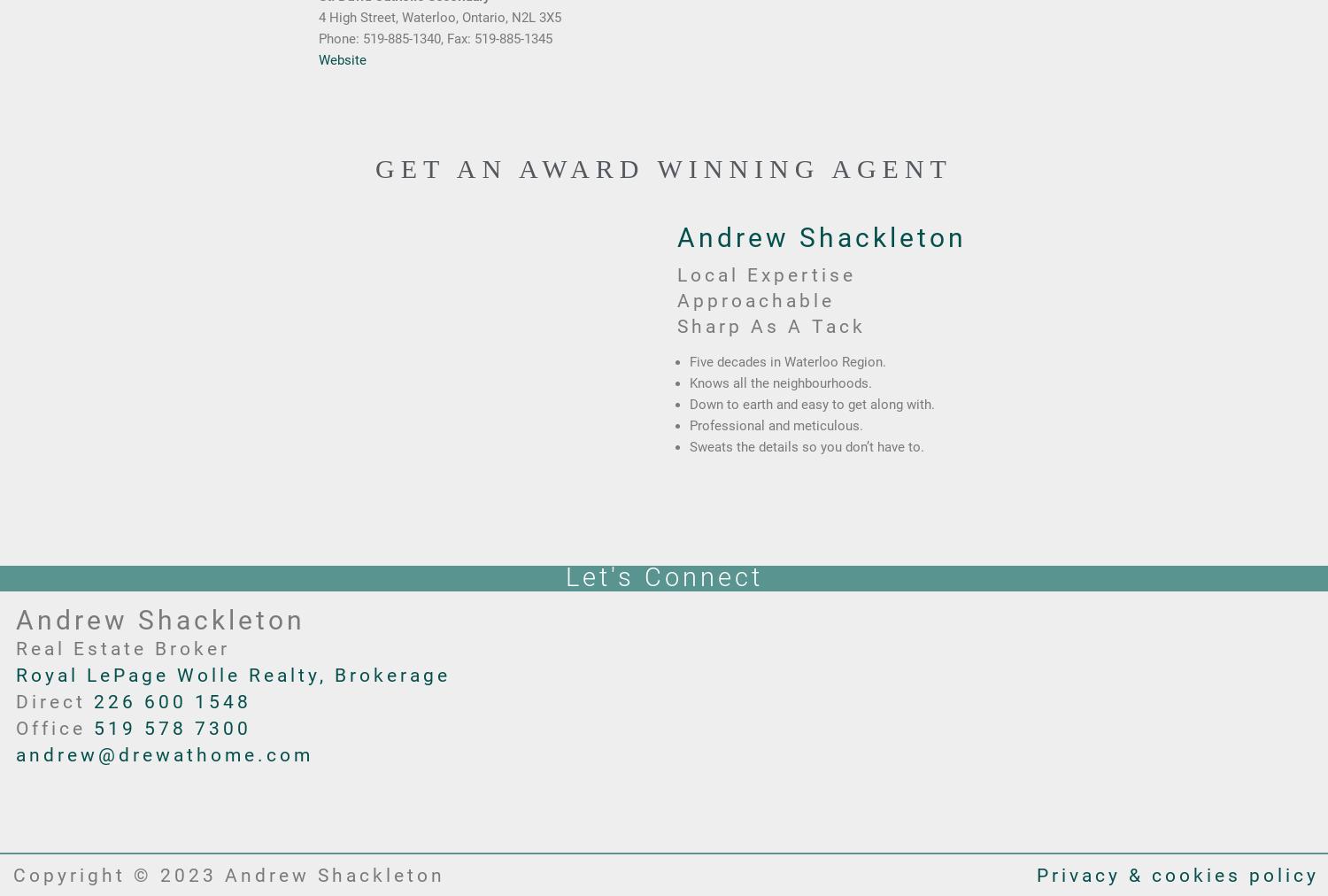 The width and height of the screenshot is (1328, 896). Describe the element at coordinates (806, 446) in the screenshot. I see `'Sweats the details so you don’t have to.'` at that location.